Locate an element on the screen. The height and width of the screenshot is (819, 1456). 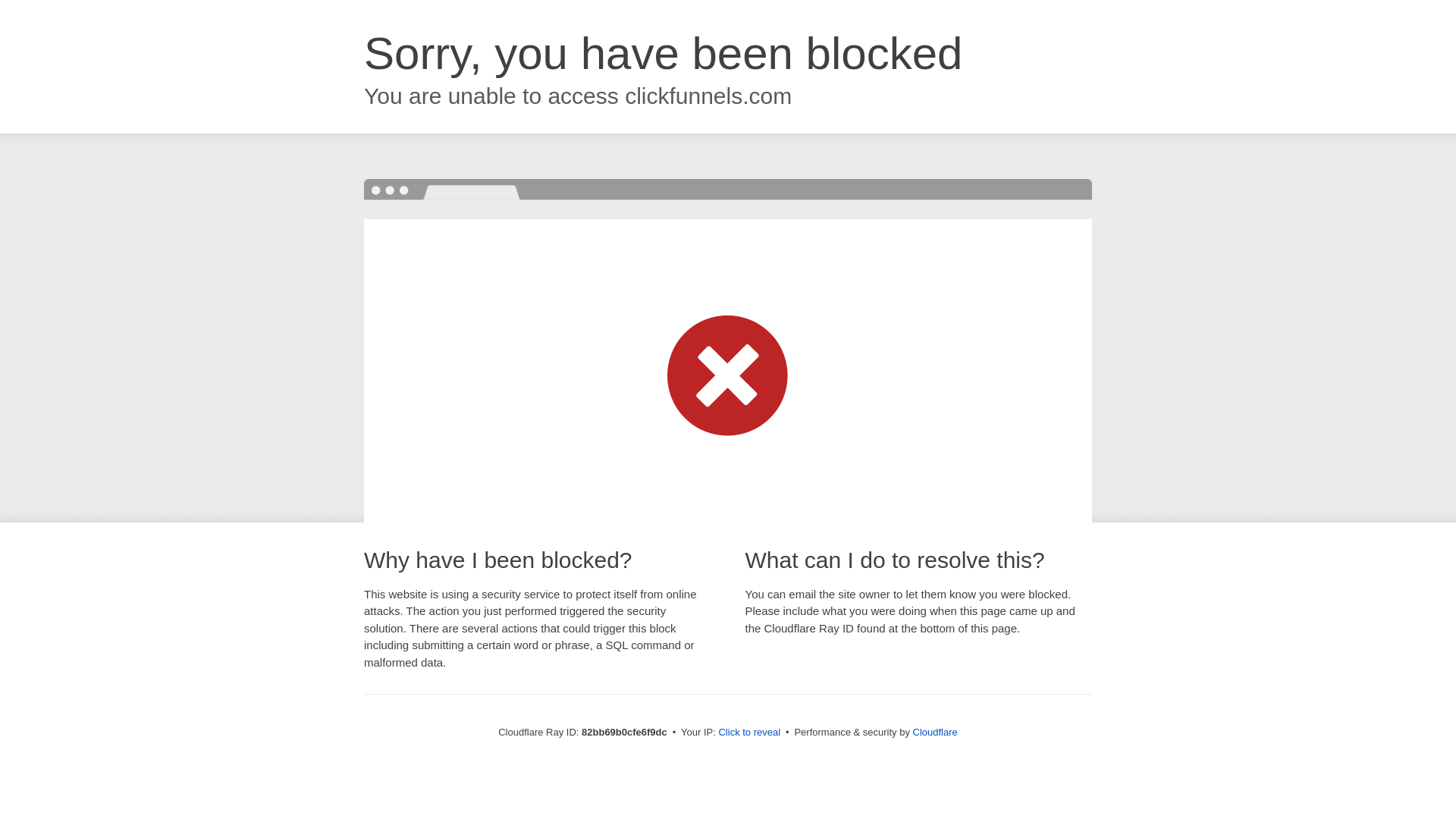
'Cloudflare' is located at coordinates (934, 731).